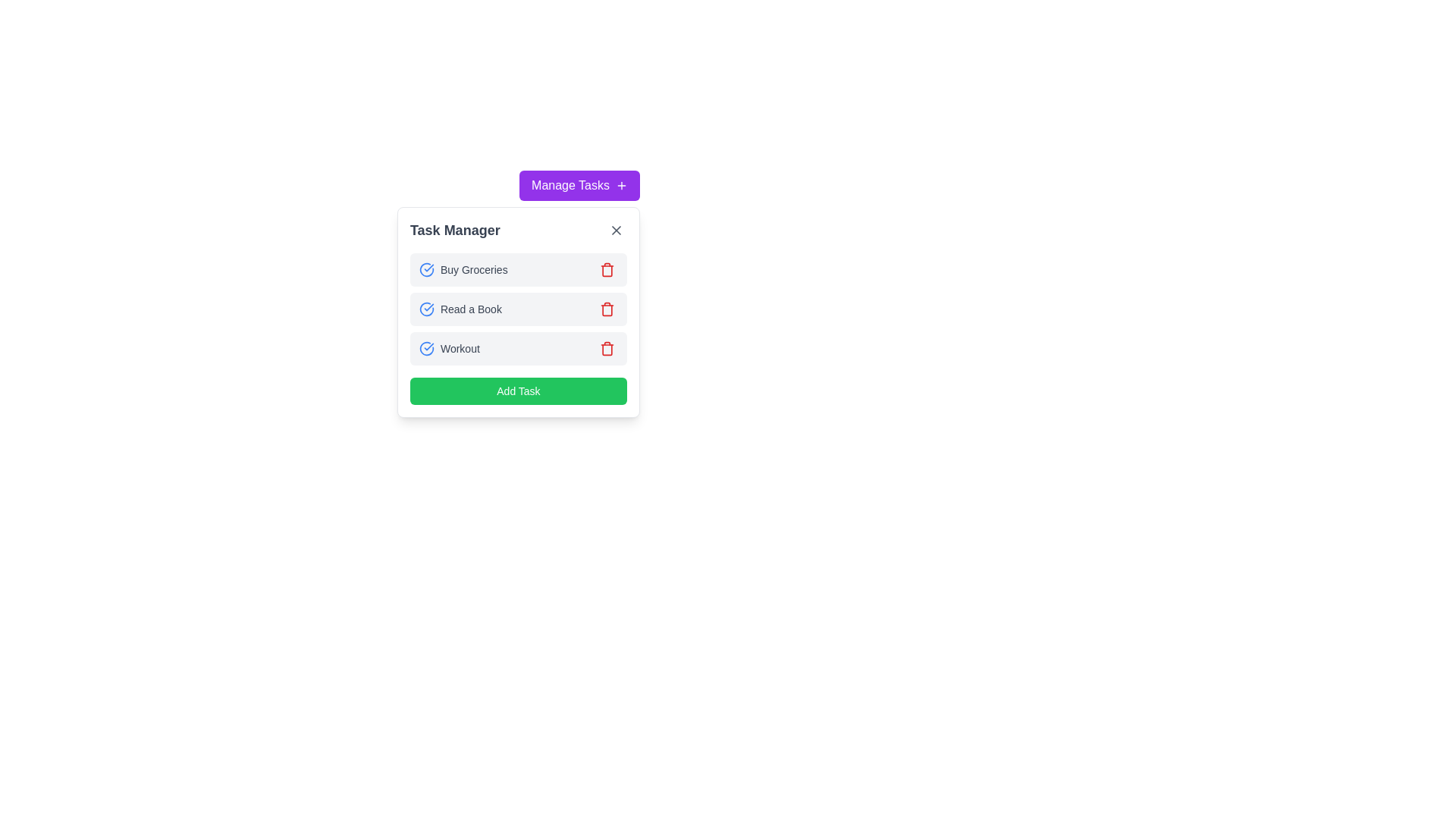  What do you see at coordinates (473, 268) in the screenshot?
I see `the 'Buy Groceries' text label, which is part of the first task item in the vertical task list of the 'Task Manager' modal` at bounding box center [473, 268].